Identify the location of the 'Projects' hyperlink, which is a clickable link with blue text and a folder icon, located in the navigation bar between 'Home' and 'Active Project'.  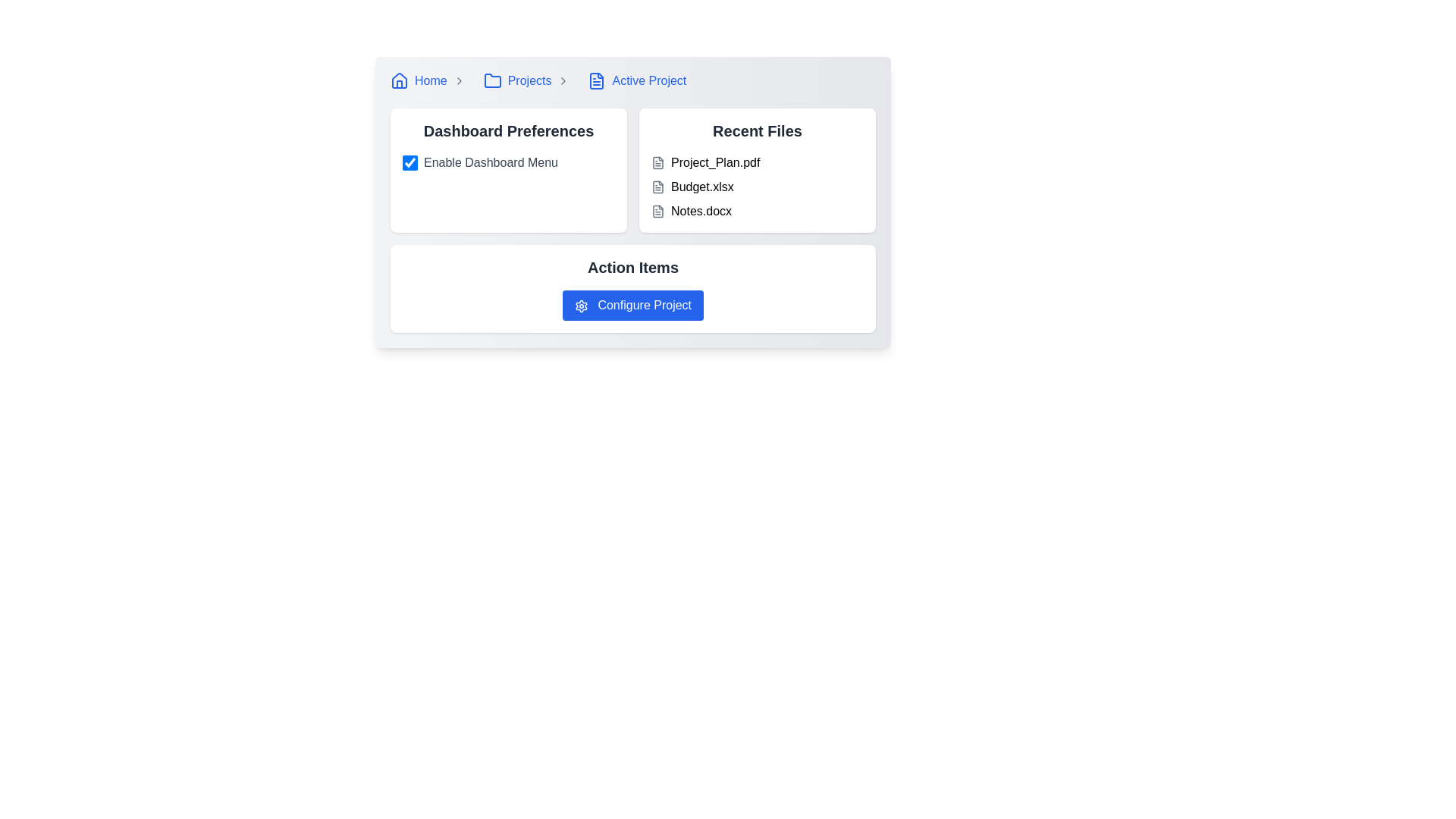
(517, 81).